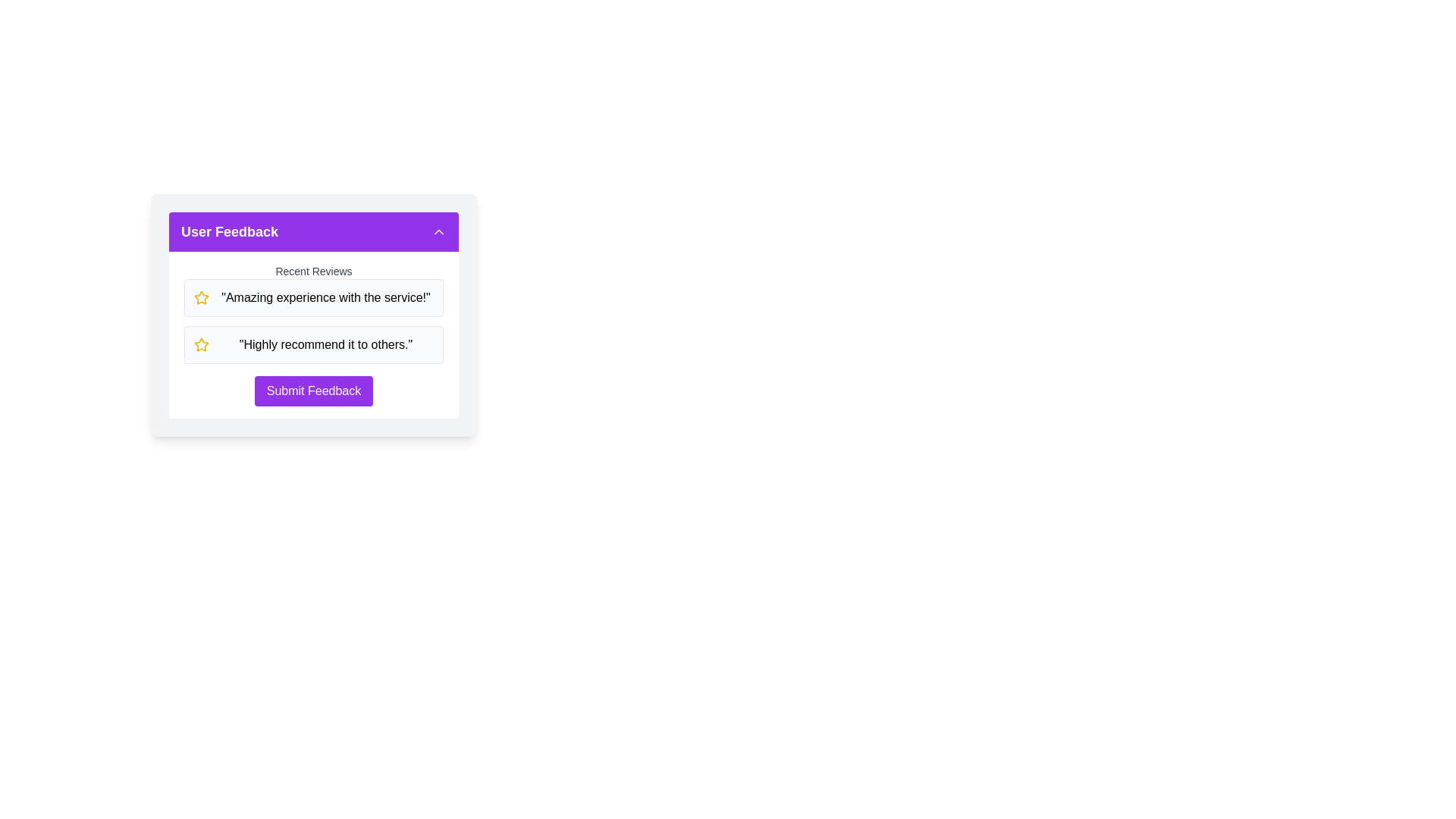 The image size is (1456, 819). What do you see at coordinates (200, 344) in the screenshot?
I see `the star icon, which is filled with yellow and located to the left of the text 'Amazing experience with the service!', to indicate a rating or feedback` at bounding box center [200, 344].